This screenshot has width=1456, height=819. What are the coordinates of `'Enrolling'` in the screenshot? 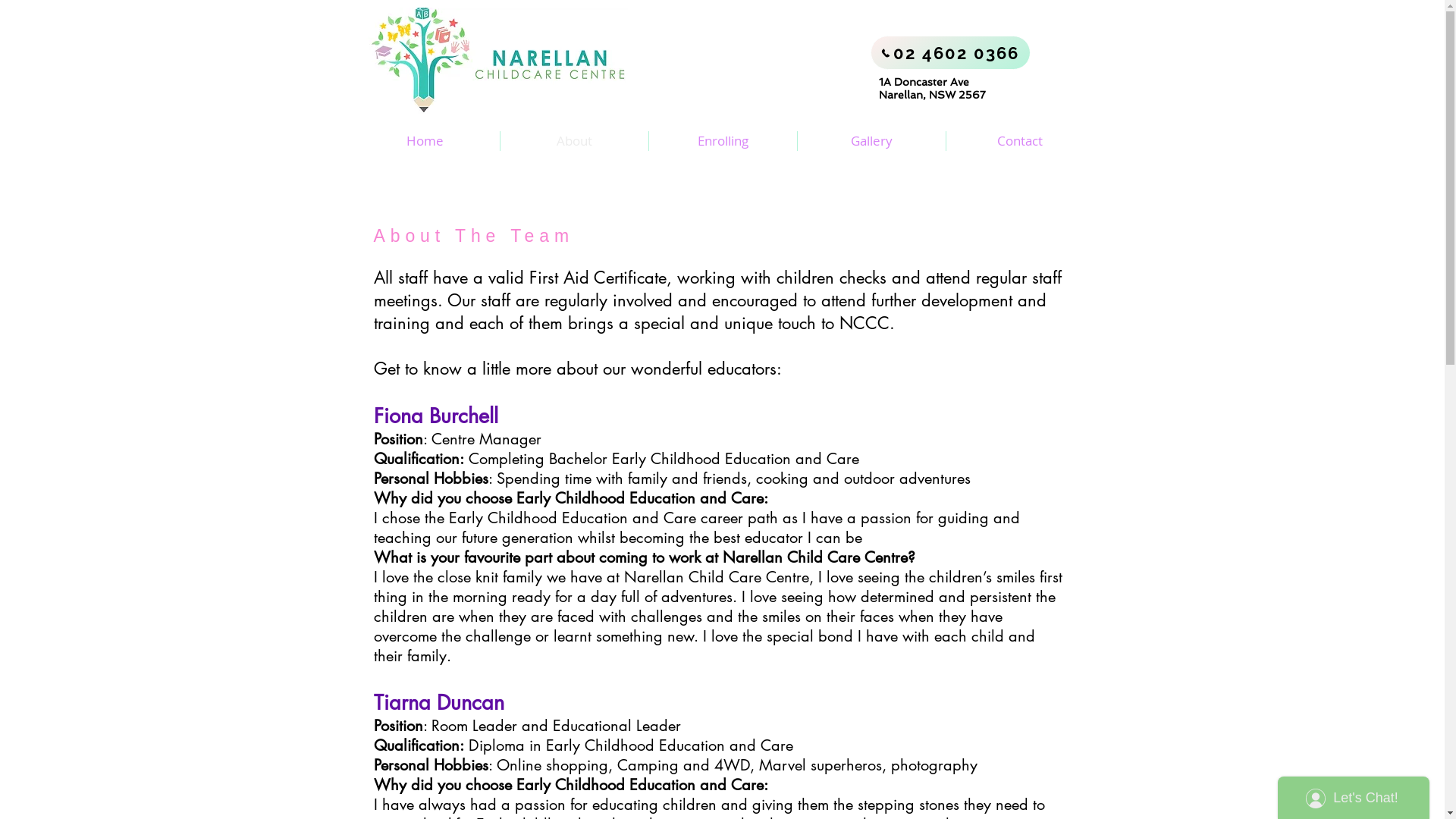 It's located at (722, 140).